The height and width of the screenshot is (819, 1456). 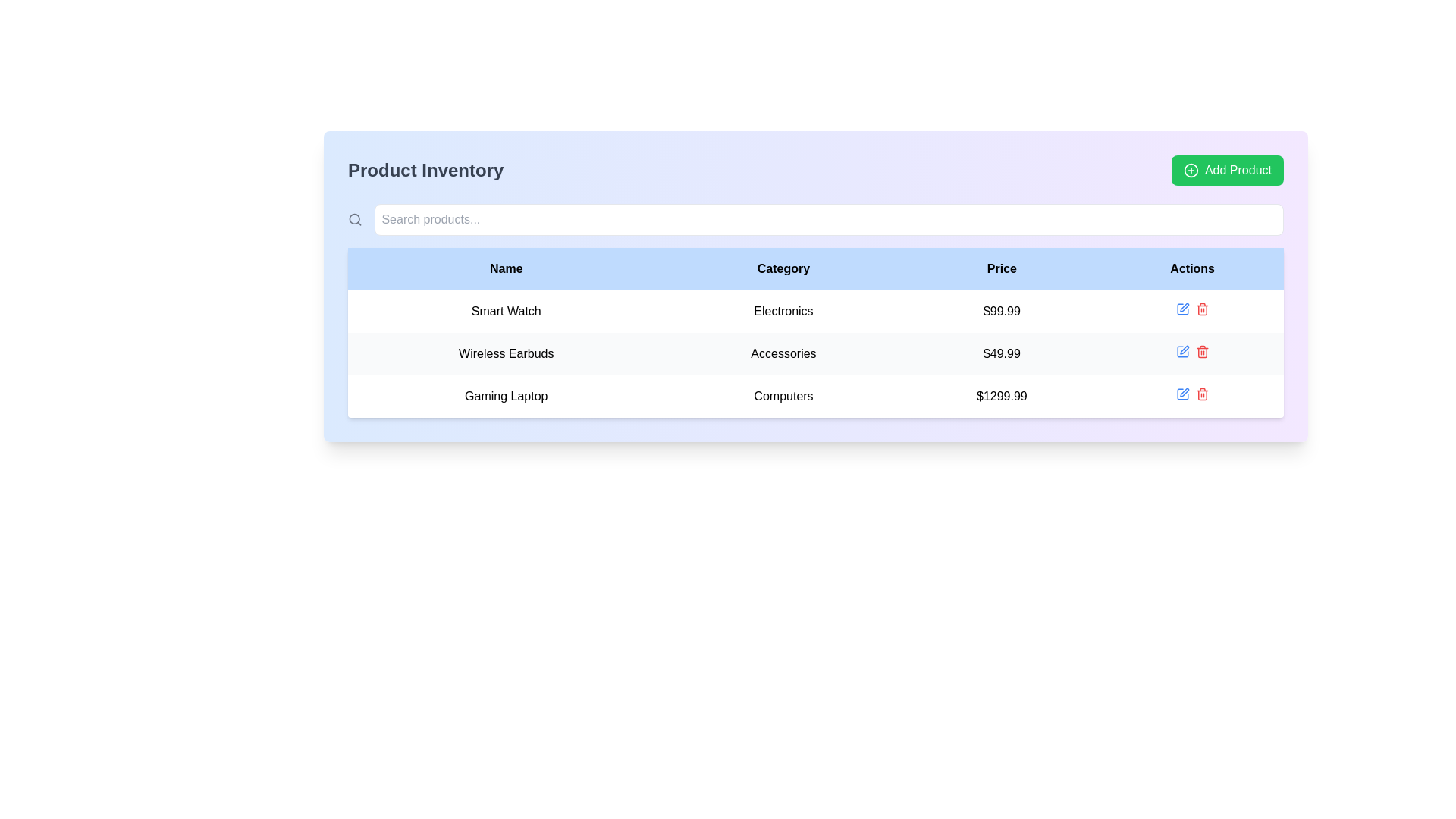 I want to click on the edit function icon located in the 'Actions' column of the row corresponding to 'Wireless Earbuds' to initiate editing, so click(x=1183, y=307).